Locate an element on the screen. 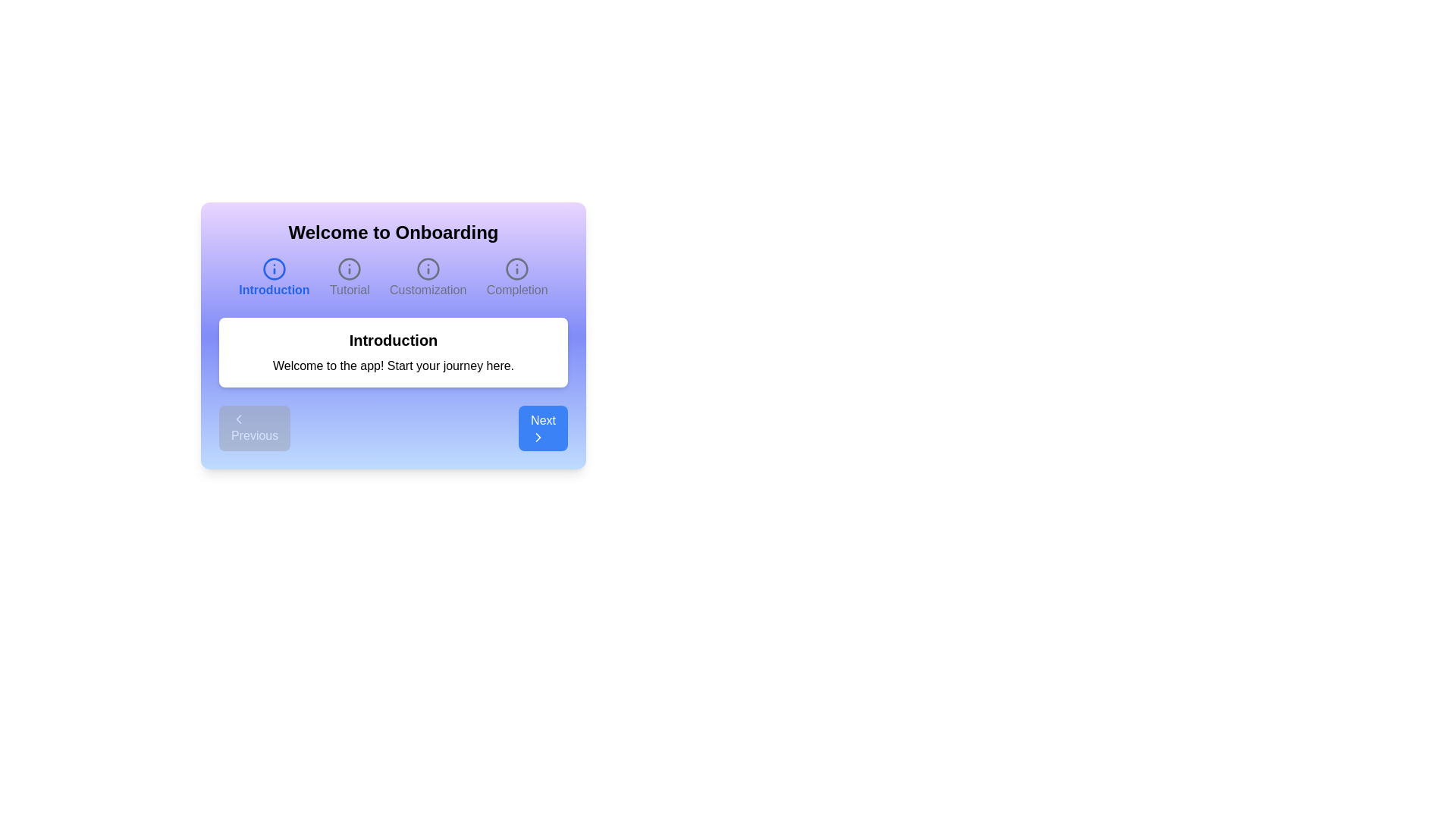  a stage in the horizontal navigation bar with progress indicators is located at coordinates (393, 278).